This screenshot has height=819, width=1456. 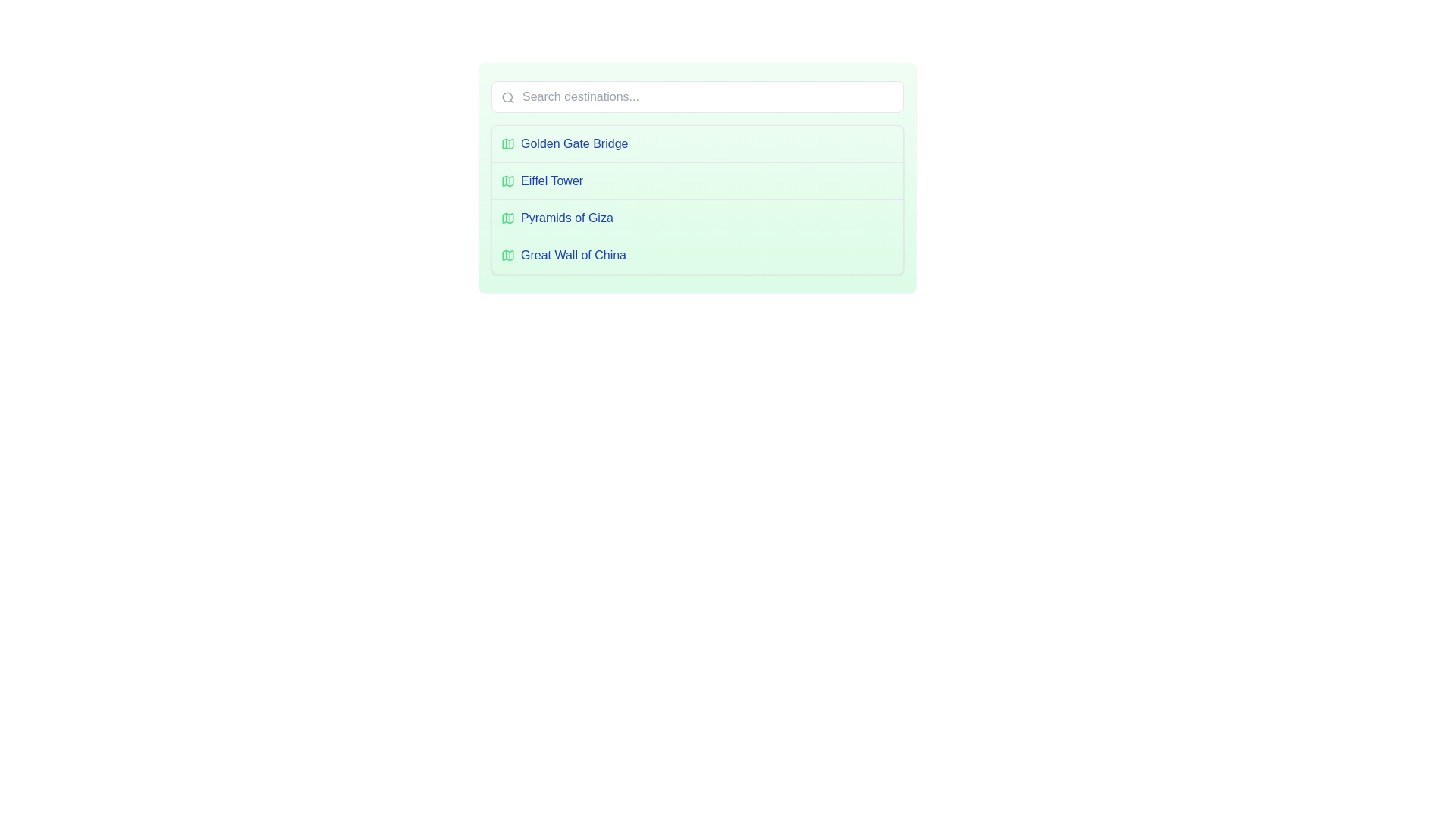 What do you see at coordinates (508, 97) in the screenshot?
I see `the gray magnifying glass search icon located to the left of the 'Search destinations...' text input field within the search bar at the top of the list interface` at bounding box center [508, 97].